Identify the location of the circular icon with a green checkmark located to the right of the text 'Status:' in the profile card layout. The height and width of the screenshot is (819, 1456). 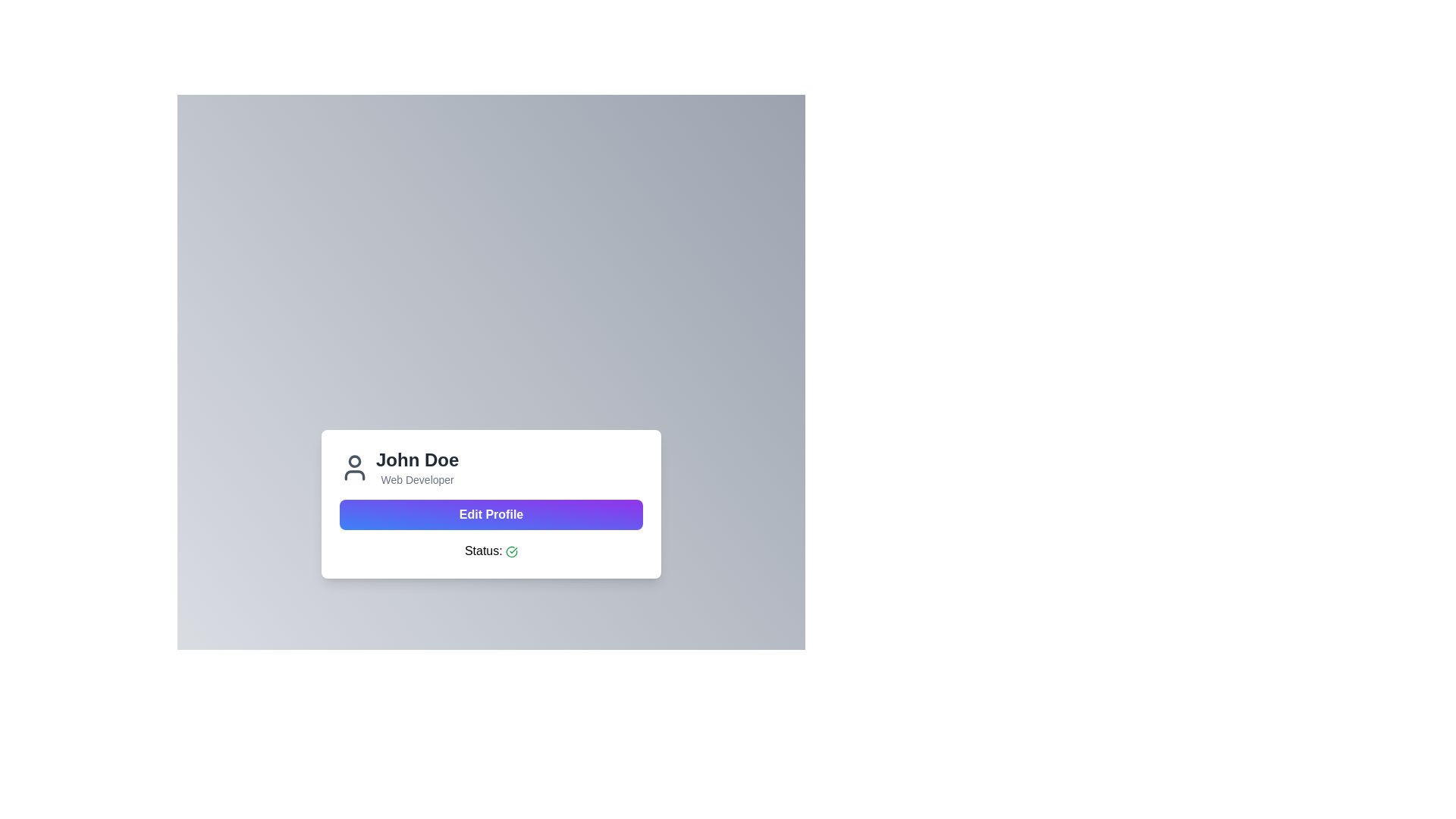
(512, 551).